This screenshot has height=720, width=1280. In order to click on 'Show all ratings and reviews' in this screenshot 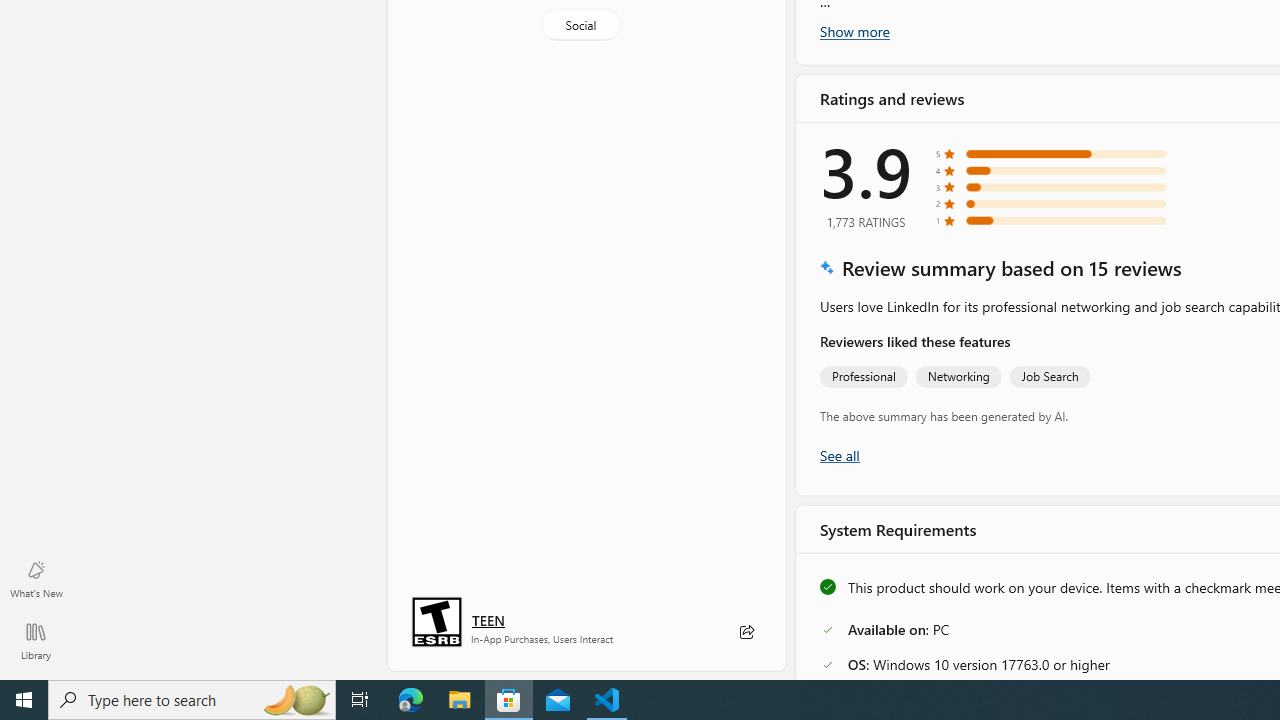, I will do `click(839, 454)`.